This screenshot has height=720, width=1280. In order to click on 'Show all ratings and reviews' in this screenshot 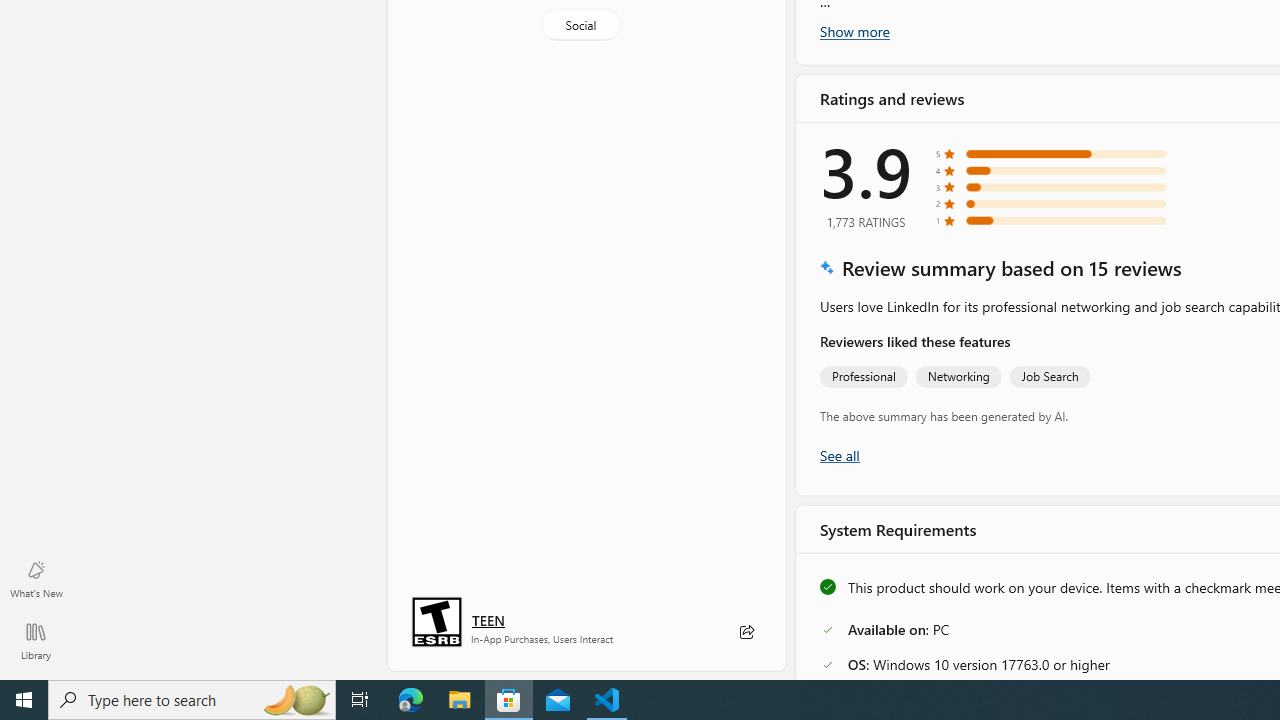, I will do `click(839, 454)`.